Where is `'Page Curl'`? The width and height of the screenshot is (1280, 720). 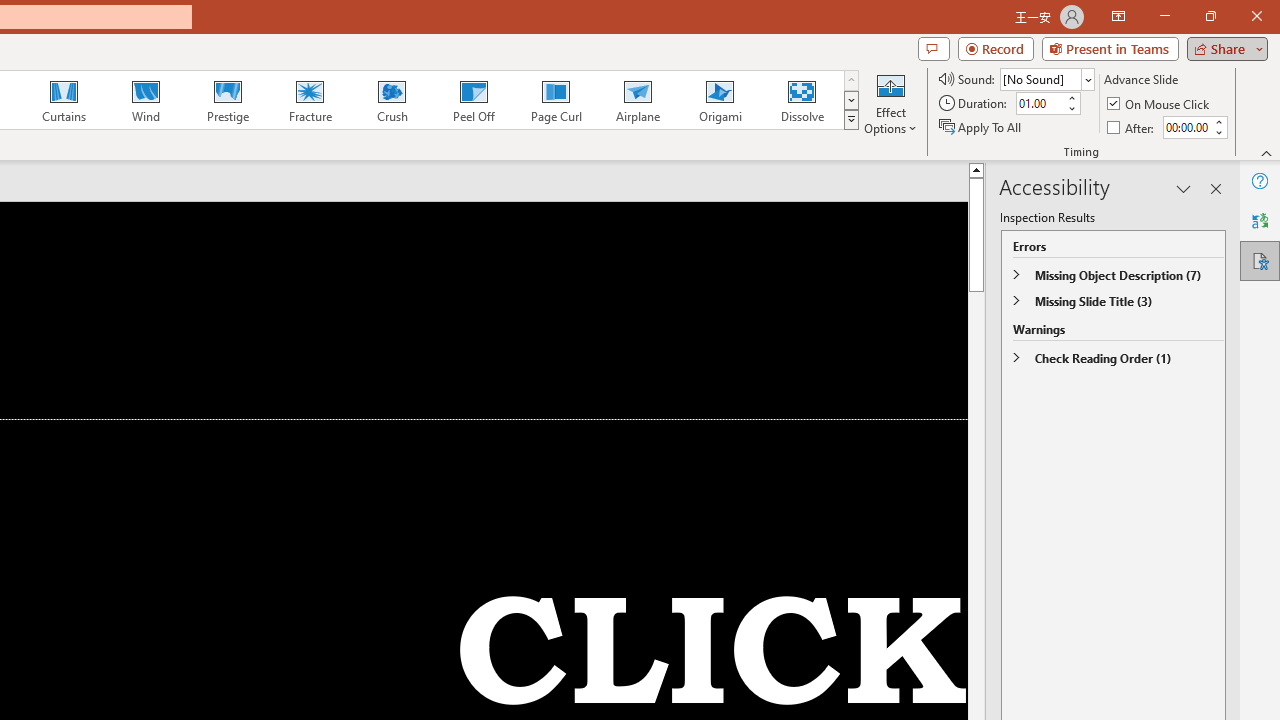 'Page Curl' is located at coordinates (555, 100).